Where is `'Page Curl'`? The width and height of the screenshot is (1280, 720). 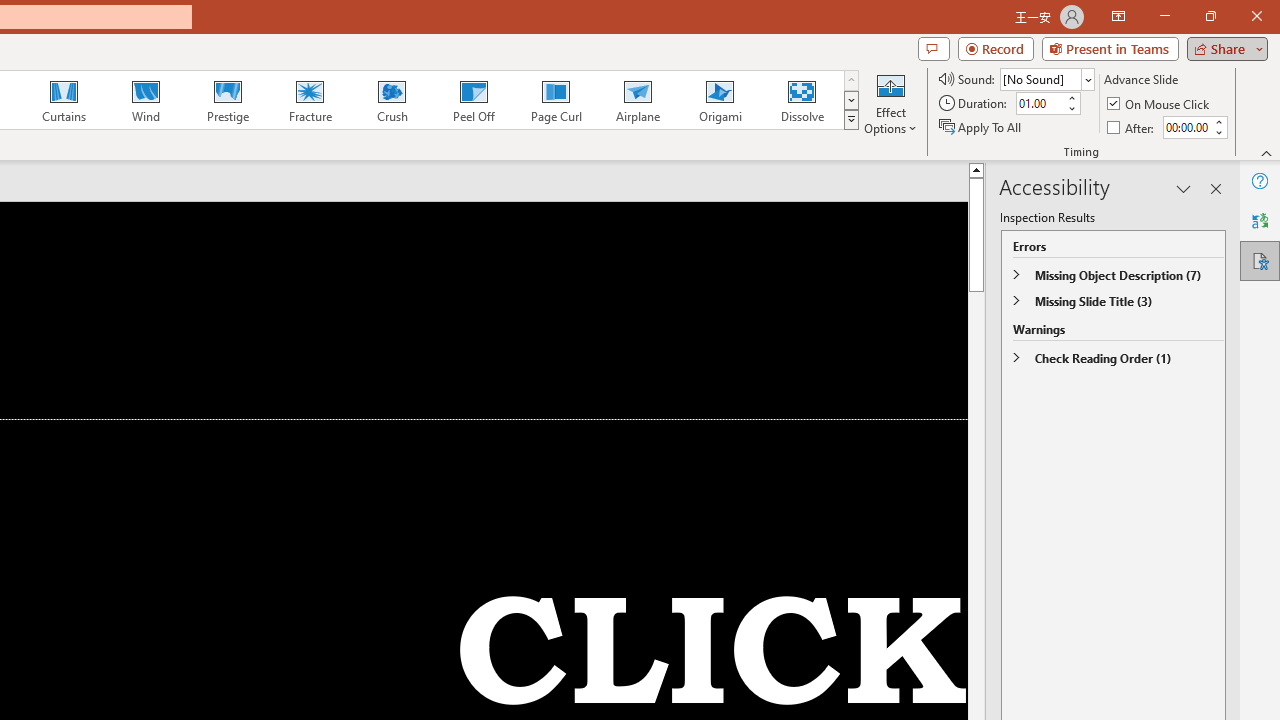 'Page Curl' is located at coordinates (555, 100).